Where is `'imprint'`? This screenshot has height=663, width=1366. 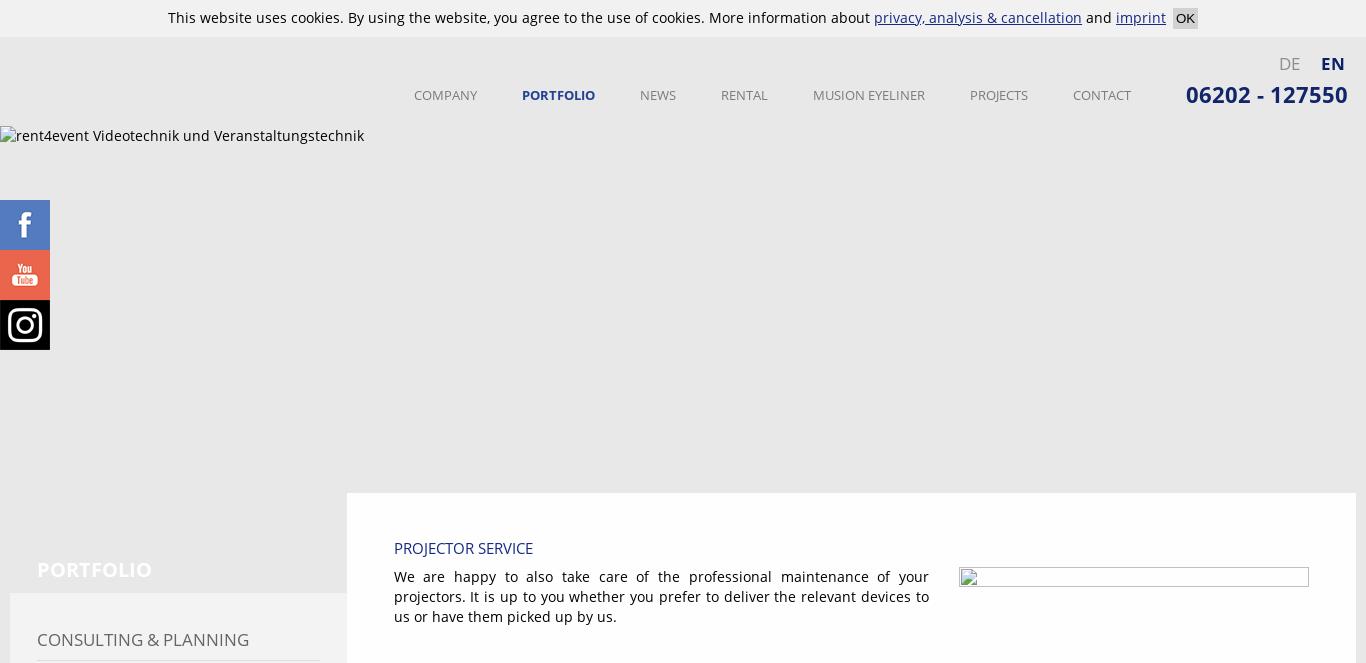
'imprint' is located at coordinates (1141, 17).